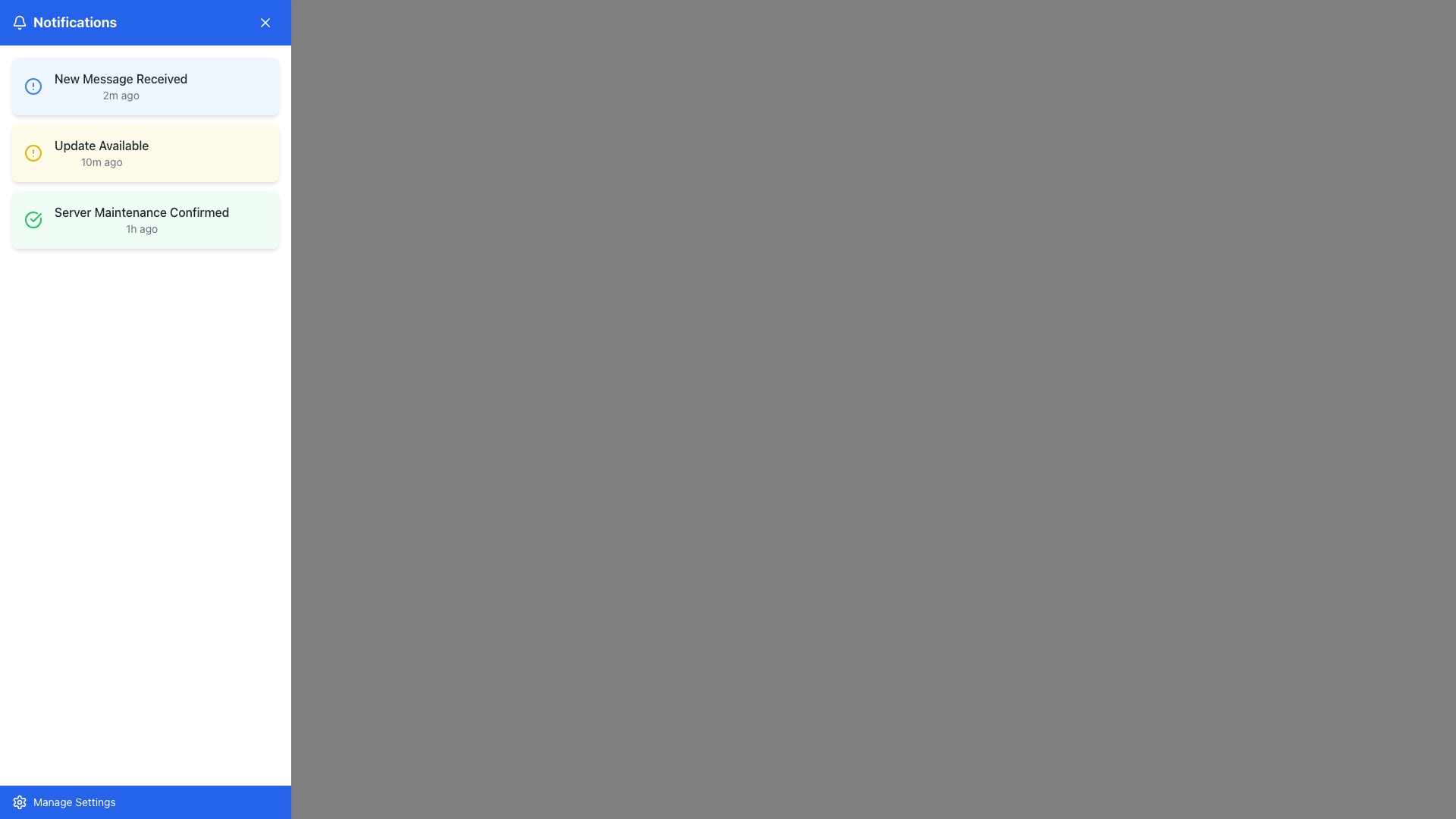 This screenshot has height=819, width=1456. What do you see at coordinates (265, 23) in the screenshot?
I see `the close button located in the top-right corner of the notification header` at bounding box center [265, 23].